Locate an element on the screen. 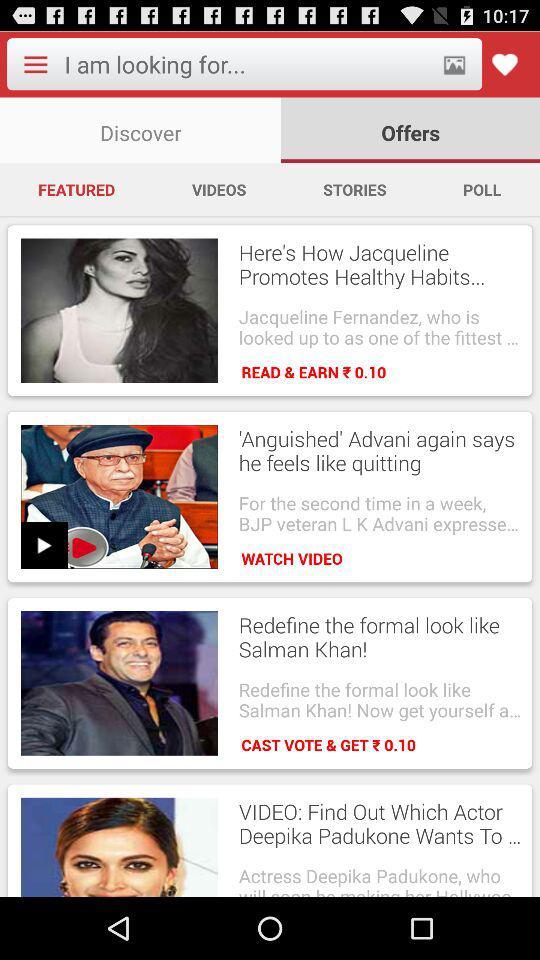 The image size is (540, 960). the app to the right of the featured item is located at coordinates (218, 189).